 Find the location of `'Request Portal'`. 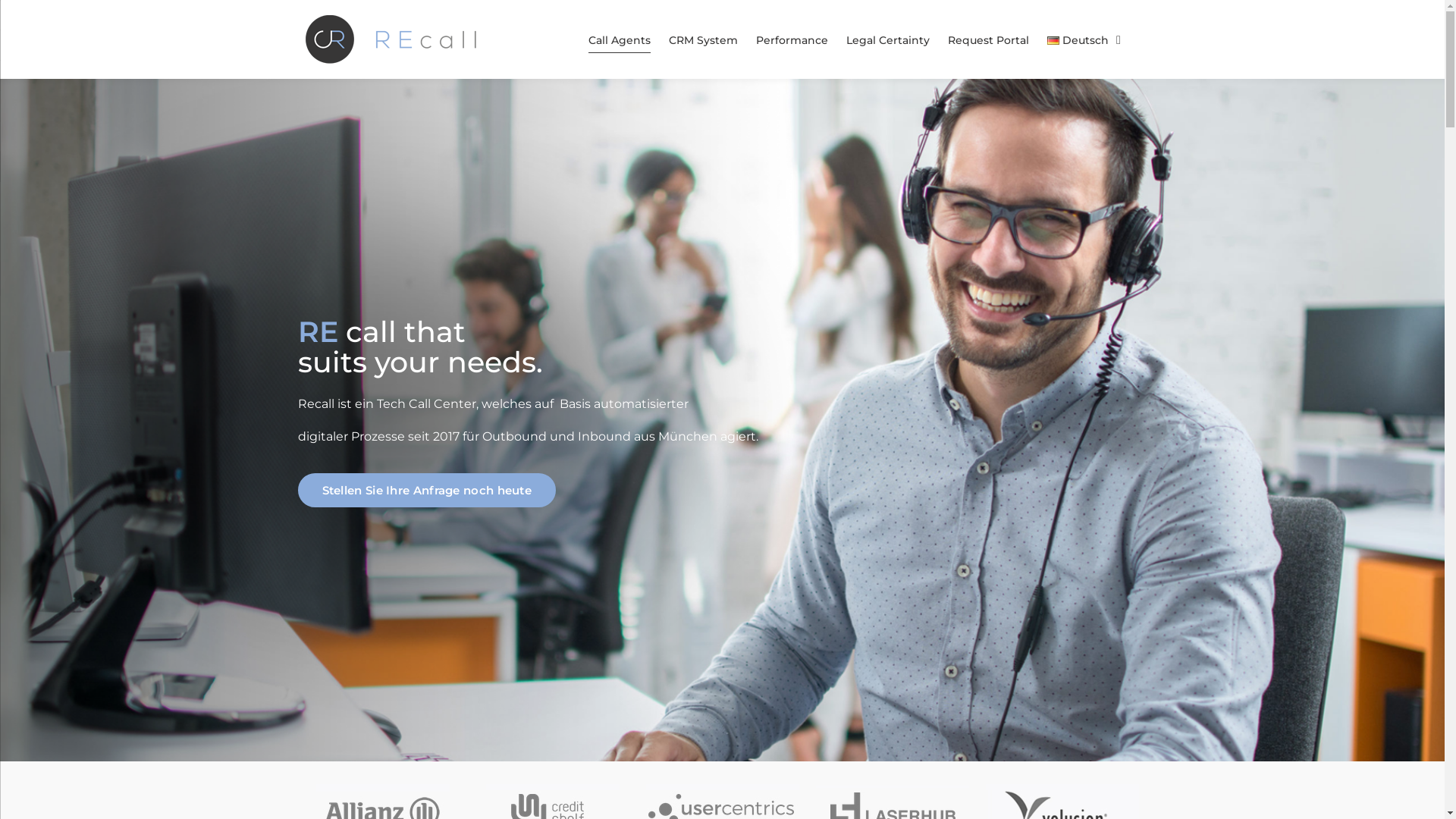

'Request Portal' is located at coordinates (988, 39).